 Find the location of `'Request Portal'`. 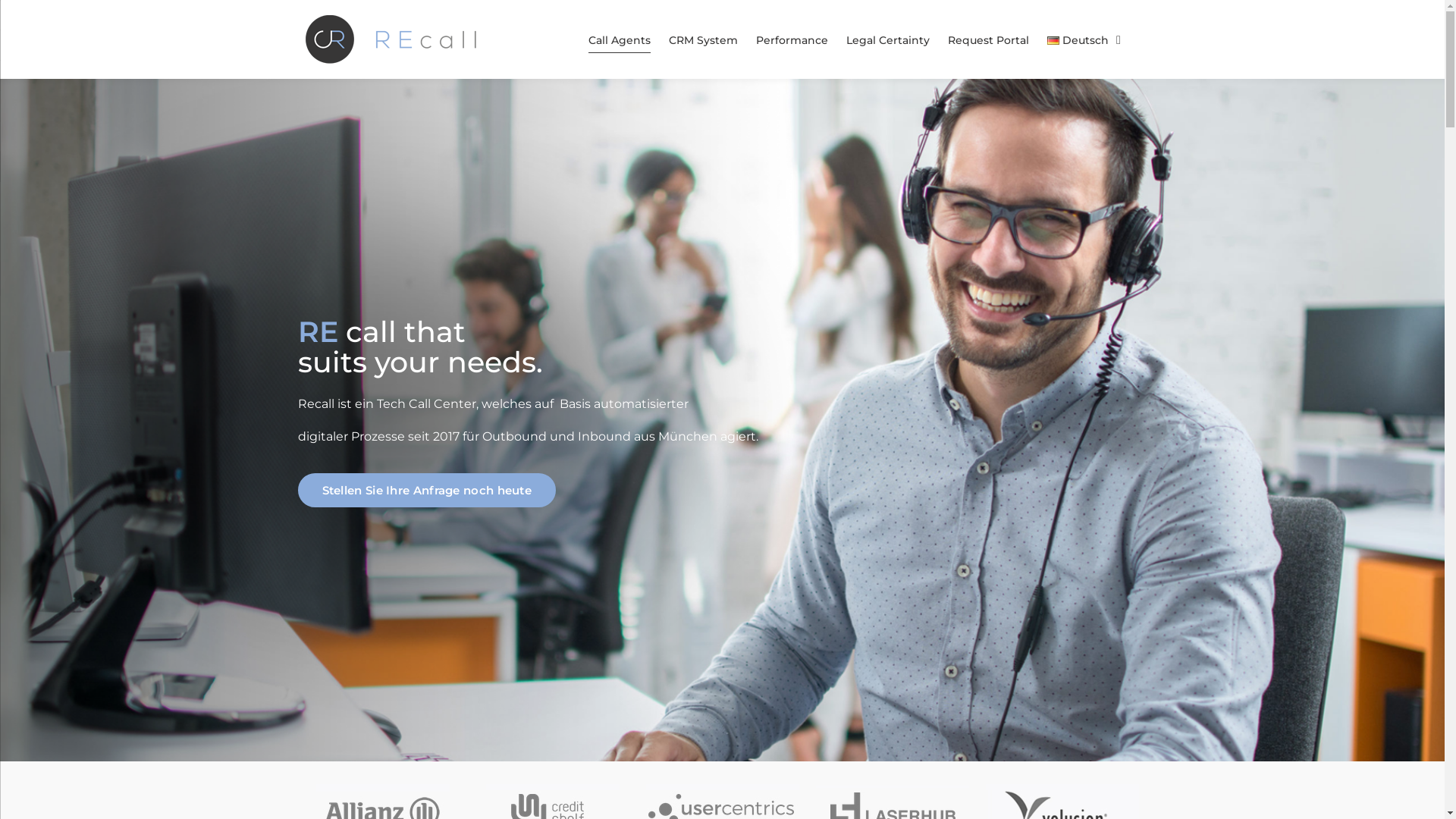

'Request Portal' is located at coordinates (988, 39).